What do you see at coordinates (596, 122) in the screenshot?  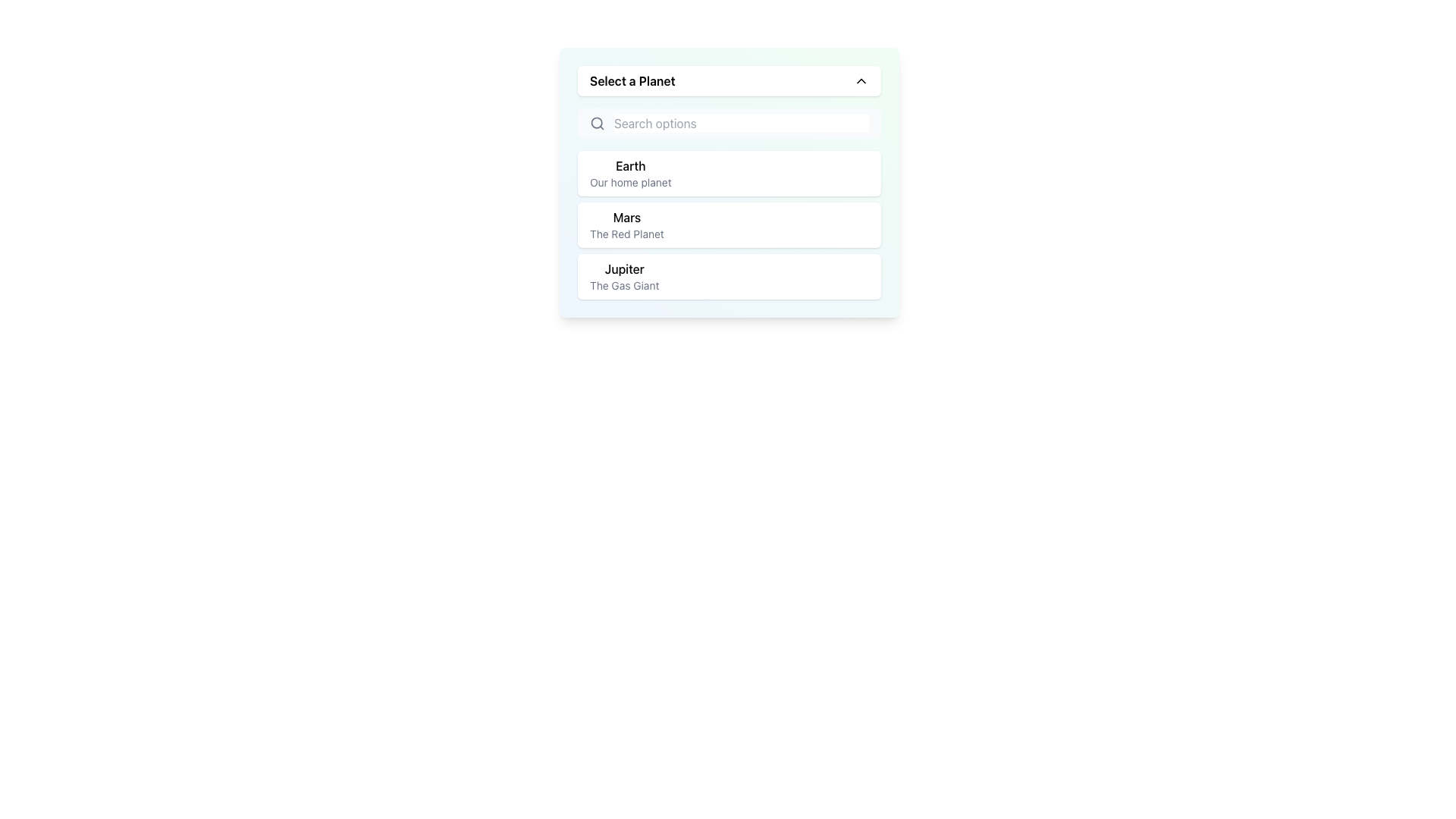 I see `the circular graphical element representing the lens of a magnifying glass in the search icon, located to the left of the search input field` at bounding box center [596, 122].